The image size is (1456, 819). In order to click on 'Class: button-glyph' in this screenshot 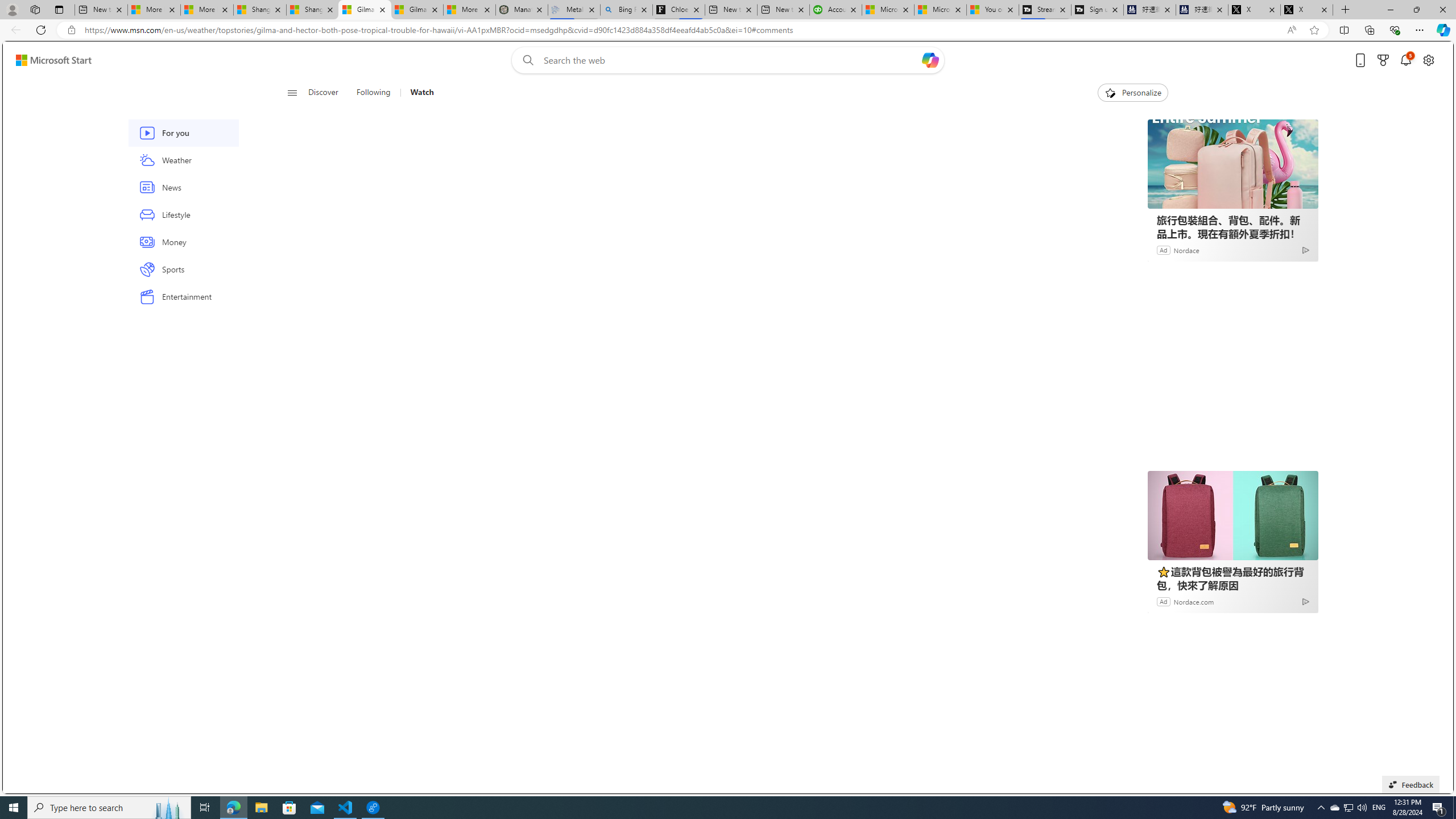, I will do `click(292, 92)`.